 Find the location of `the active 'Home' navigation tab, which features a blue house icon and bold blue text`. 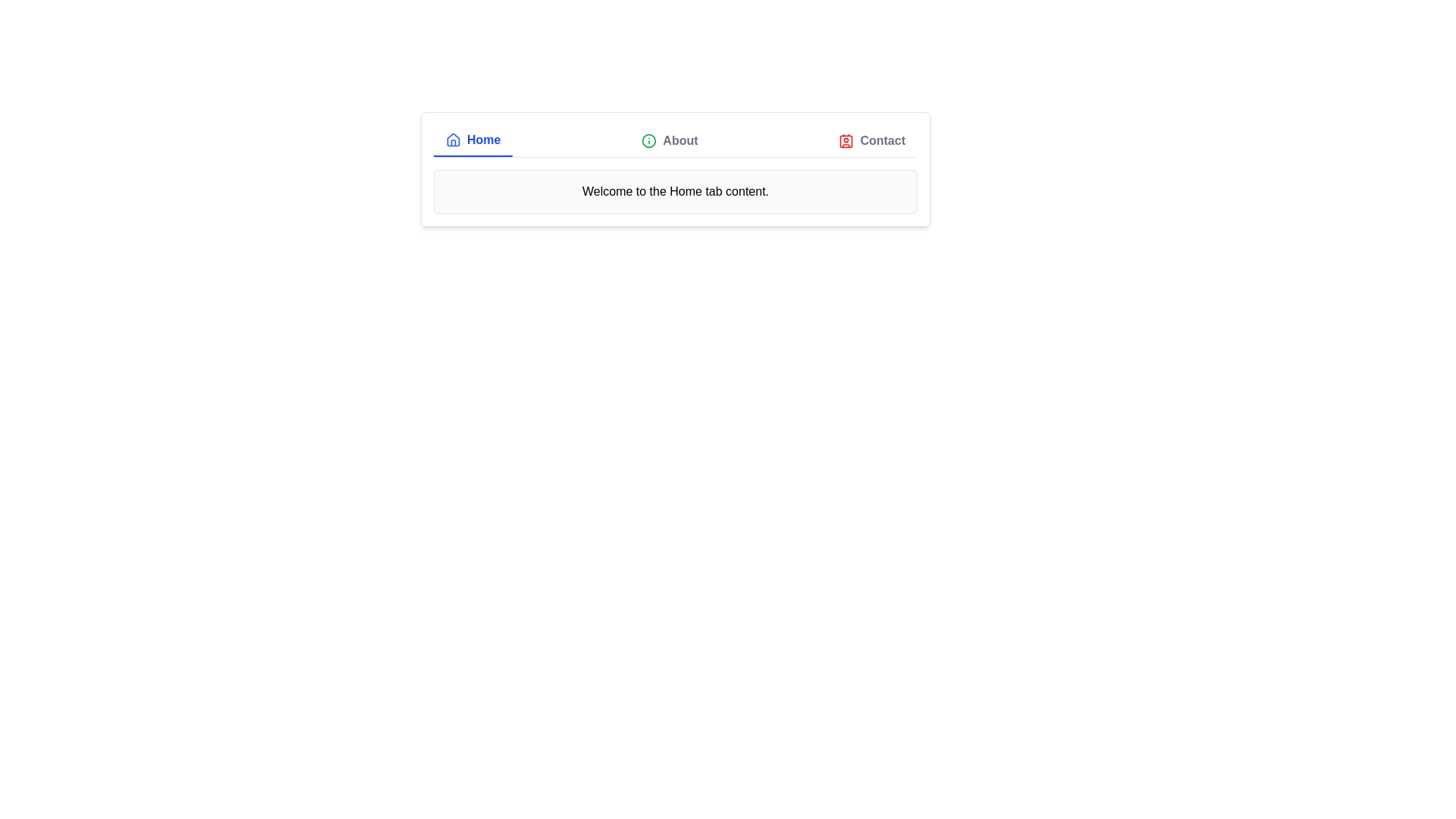

the active 'Home' navigation tab, which features a blue house icon and bold blue text is located at coordinates (472, 140).